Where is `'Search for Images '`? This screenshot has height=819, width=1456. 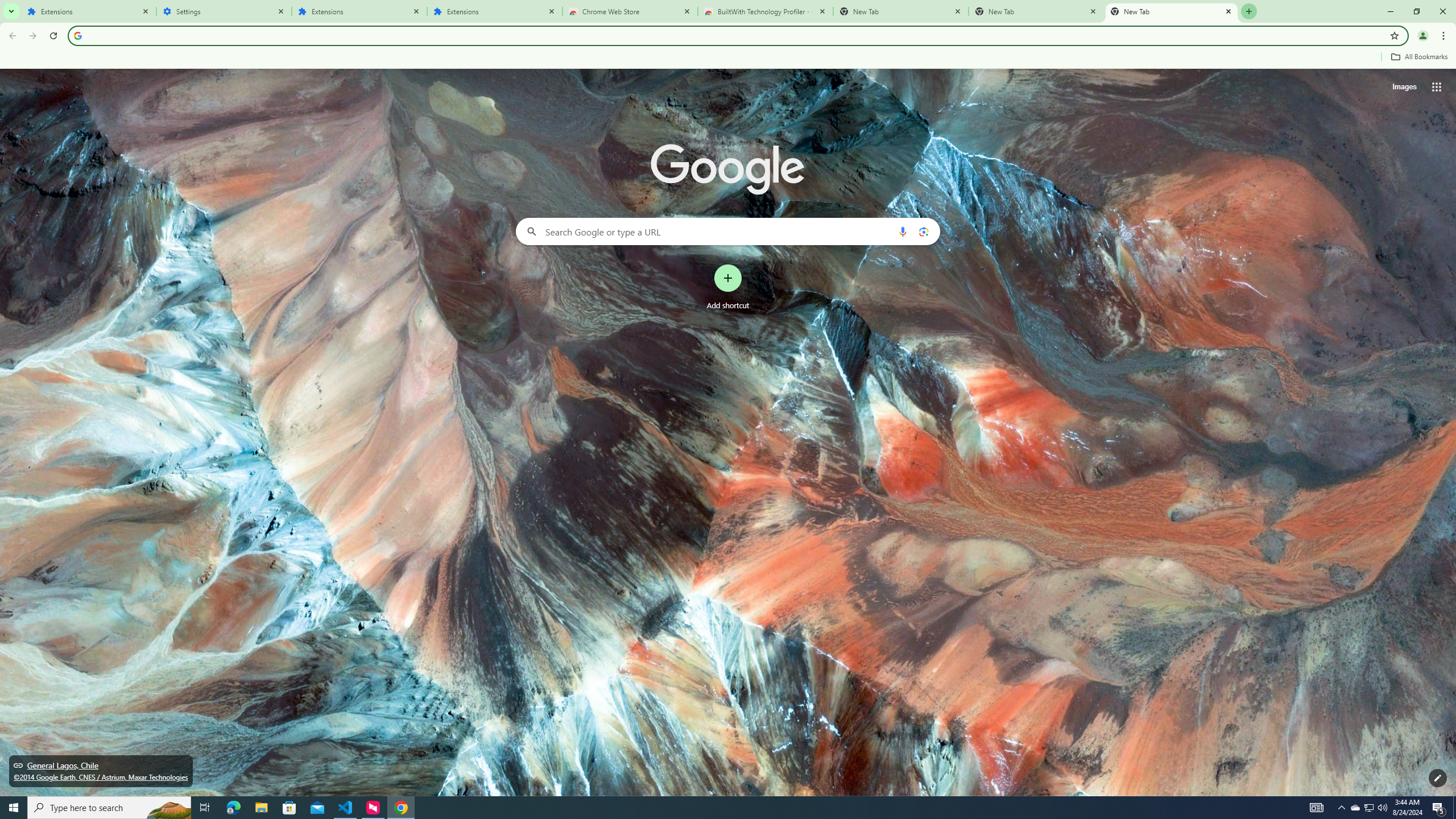
'Search for Images ' is located at coordinates (1404, 87).